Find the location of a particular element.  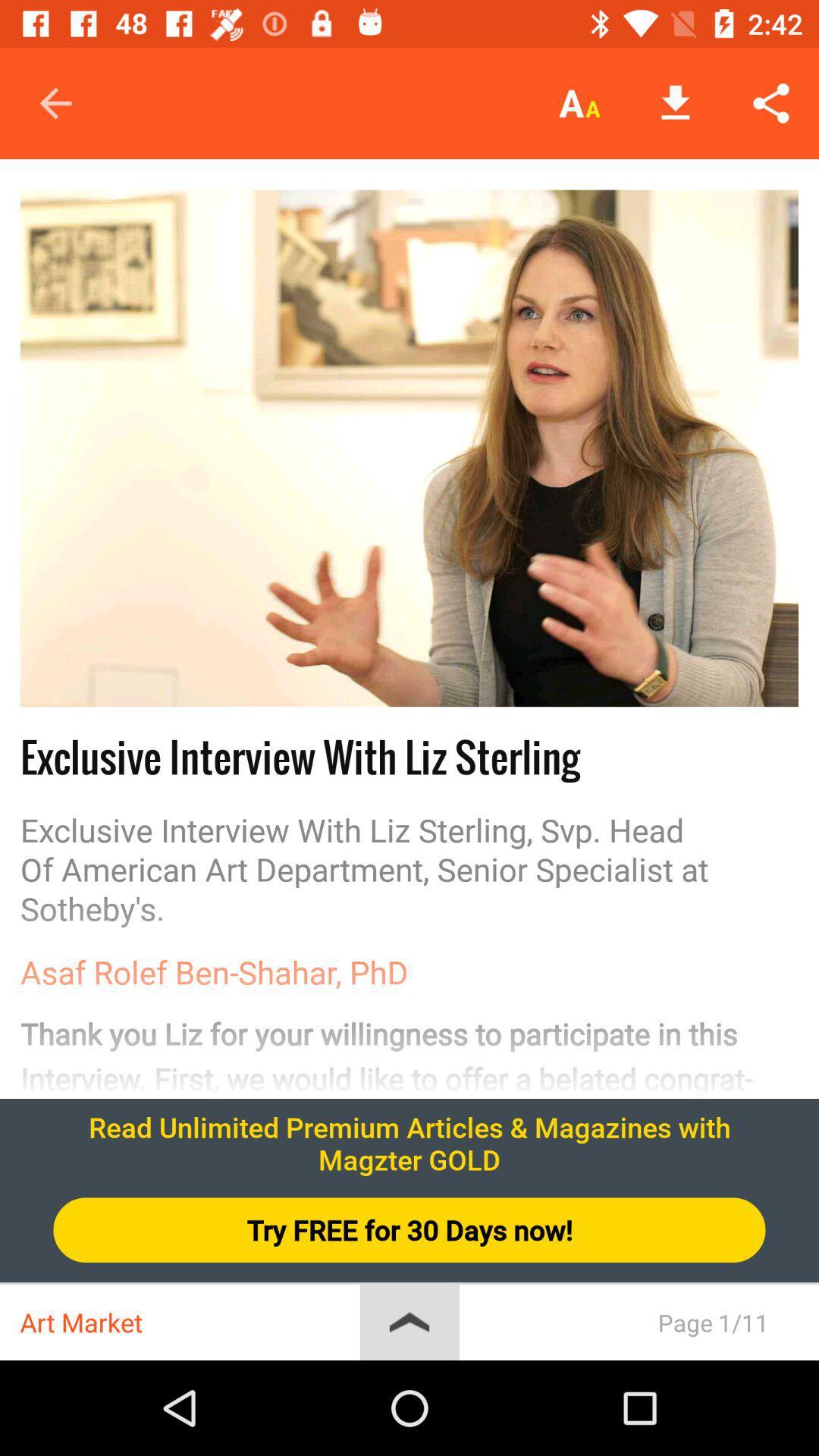

try free for item is located at coordinates (409, 1230).